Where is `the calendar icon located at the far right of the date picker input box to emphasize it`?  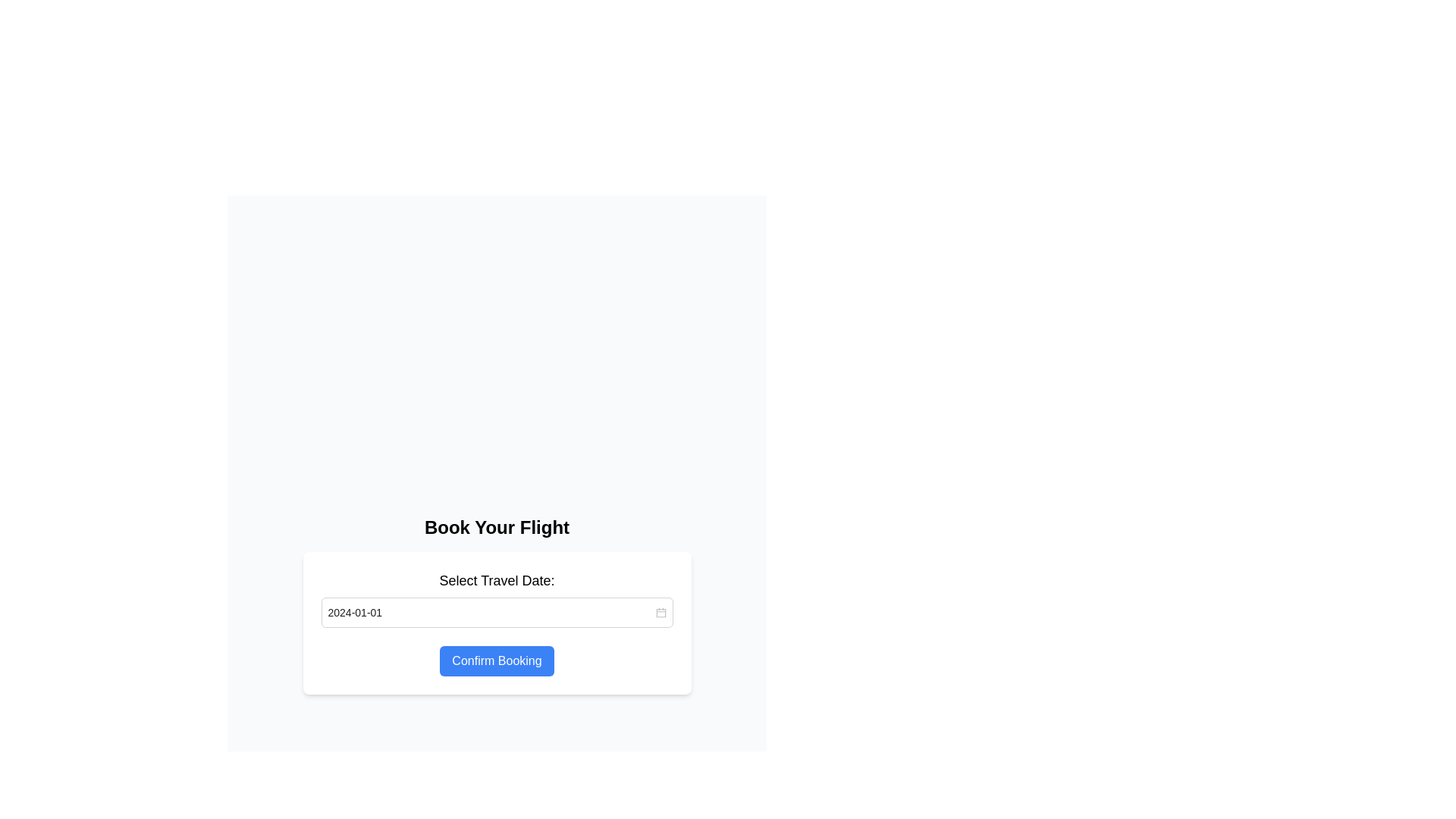 the calendar icon located at the far right of the date picker input box to emphasize it is located at coordinates (661, 611).